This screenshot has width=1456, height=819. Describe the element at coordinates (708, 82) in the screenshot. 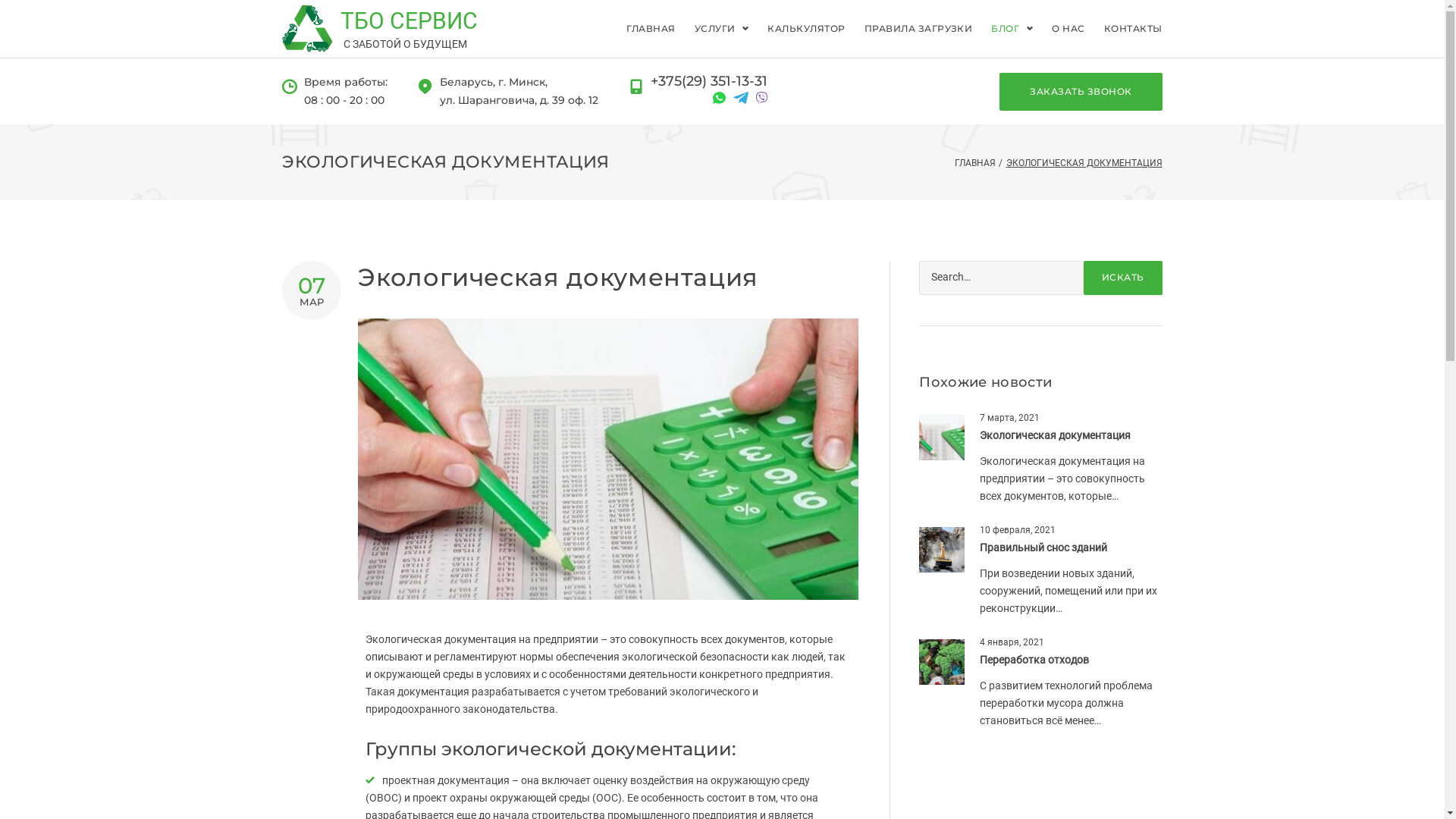

I see `'+375(29) 351-13-31'` at that location.